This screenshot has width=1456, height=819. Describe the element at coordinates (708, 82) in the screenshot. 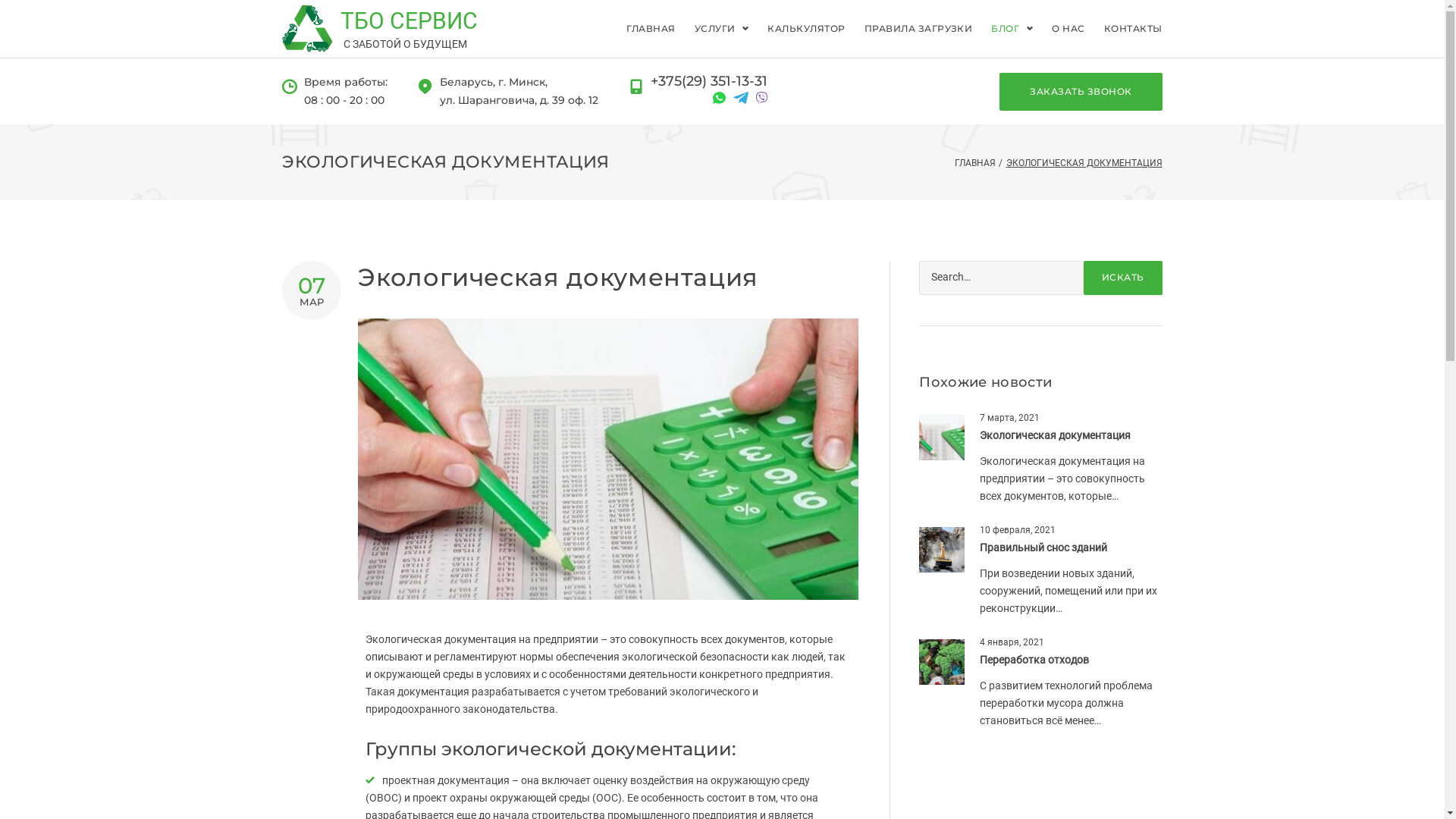

I see `'+375(29) 351-13-31'` at that location.